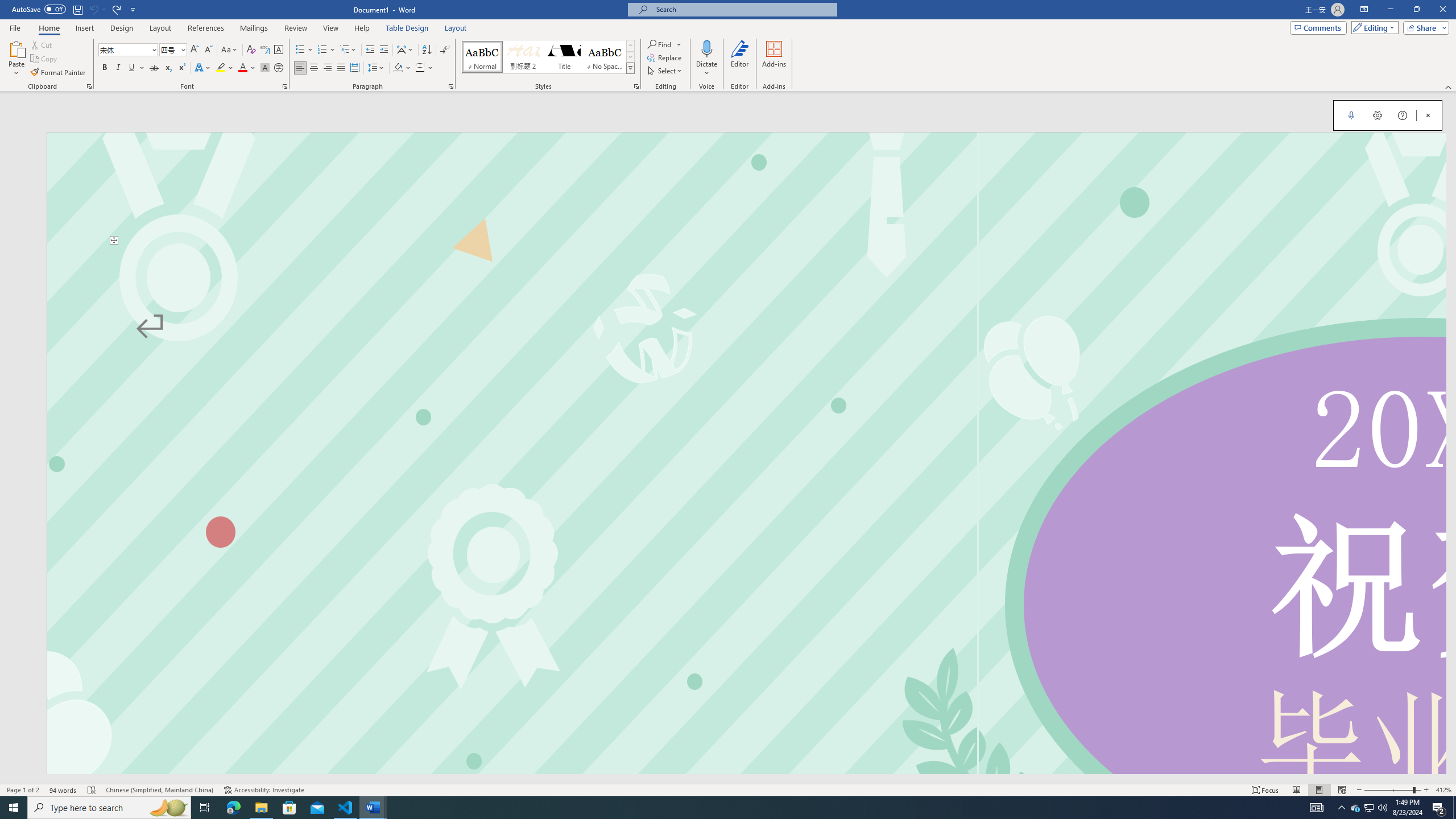 Image resolution: width=1456 pixels, height=819 pixels. Describe the element at coordinates (455, 28) in the screenshot. I see `'Layout'` at that location.